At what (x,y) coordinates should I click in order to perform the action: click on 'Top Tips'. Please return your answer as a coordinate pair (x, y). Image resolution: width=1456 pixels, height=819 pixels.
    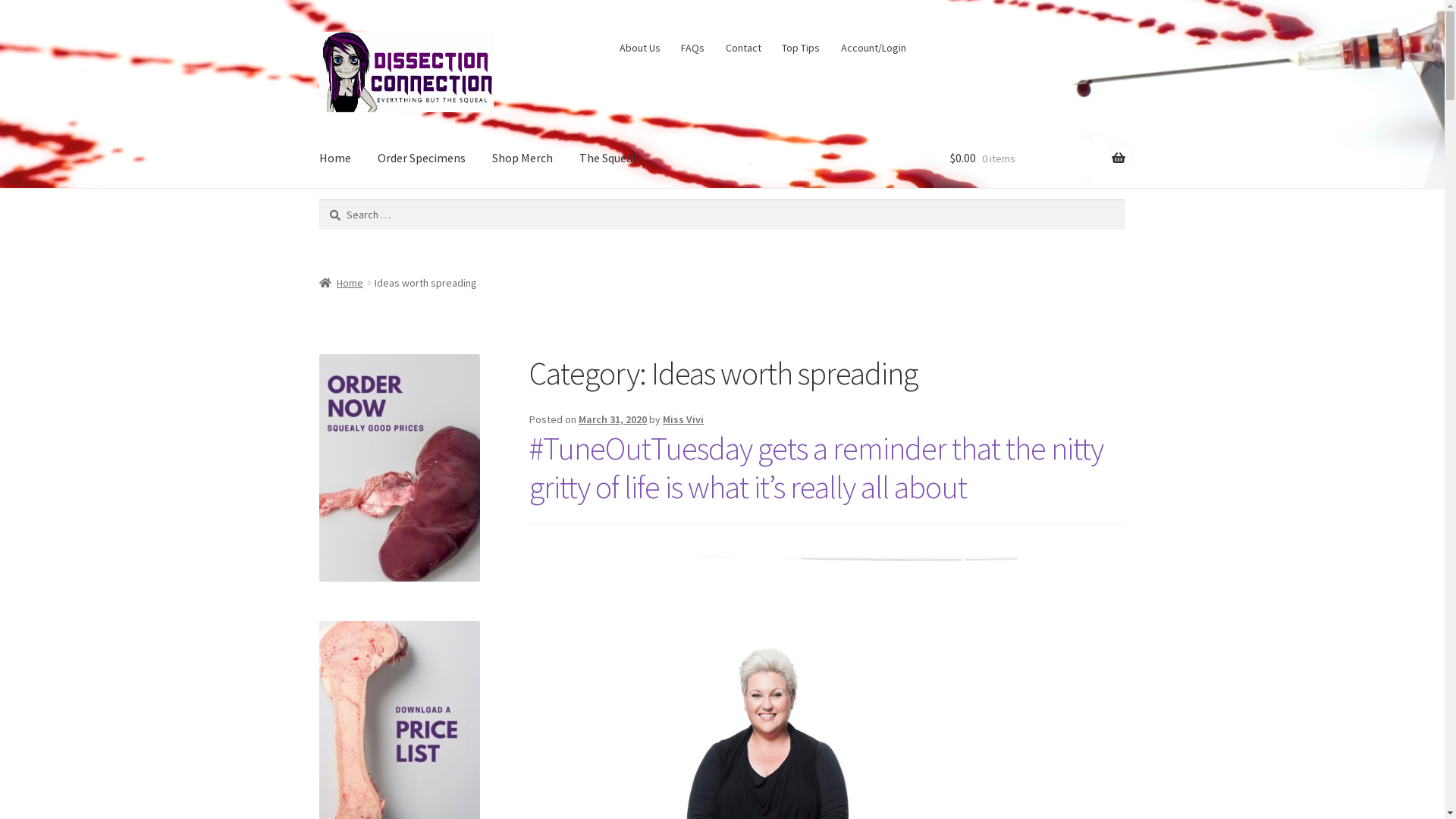
    Looking at the image, I should click on (800, 46).